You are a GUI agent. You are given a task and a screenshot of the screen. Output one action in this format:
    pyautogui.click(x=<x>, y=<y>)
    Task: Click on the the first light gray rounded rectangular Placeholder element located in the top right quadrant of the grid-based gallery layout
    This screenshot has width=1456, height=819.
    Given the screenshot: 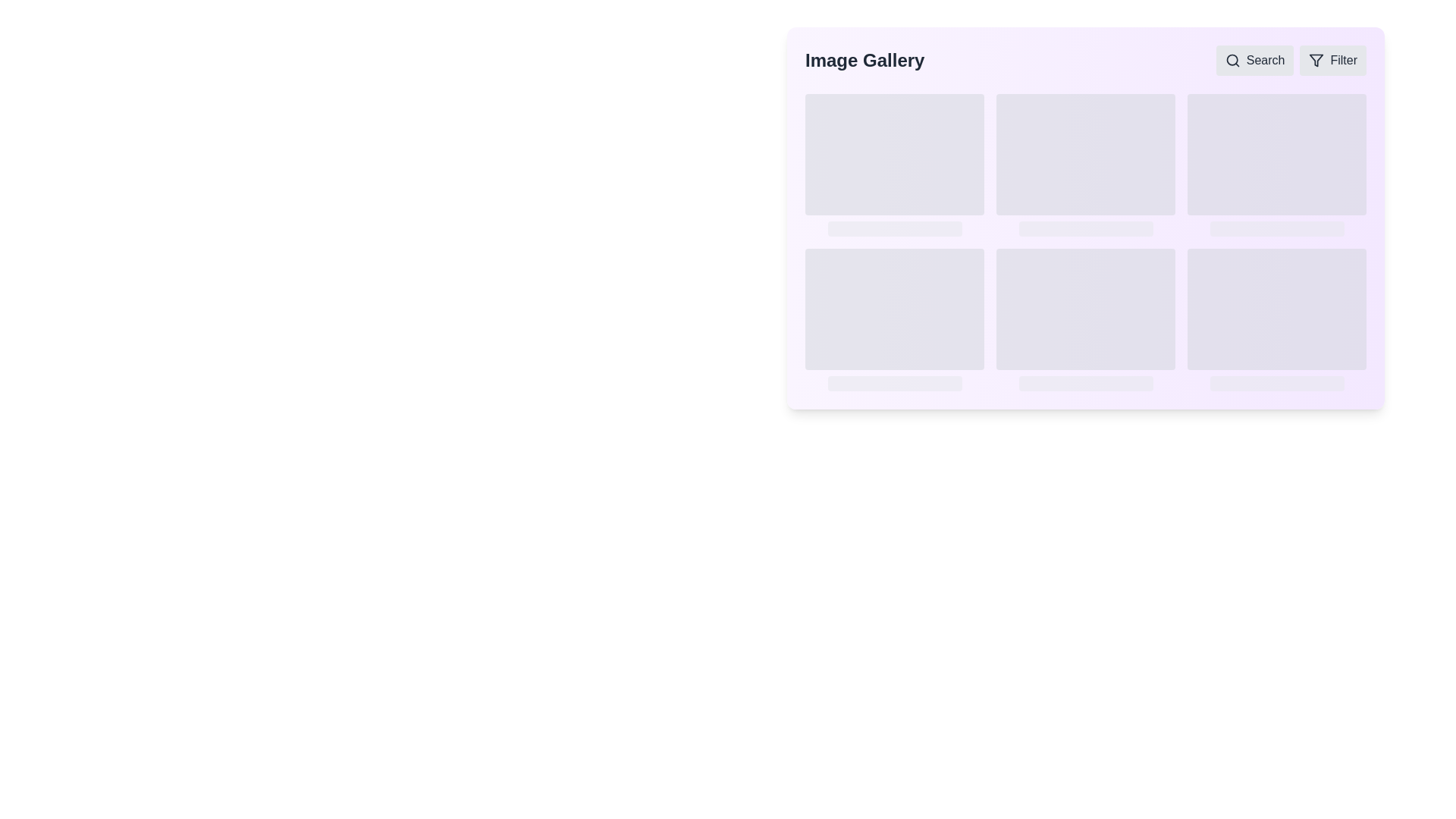 What is the action you would take?
    pyautogui.click(x=1276, y=155)
    